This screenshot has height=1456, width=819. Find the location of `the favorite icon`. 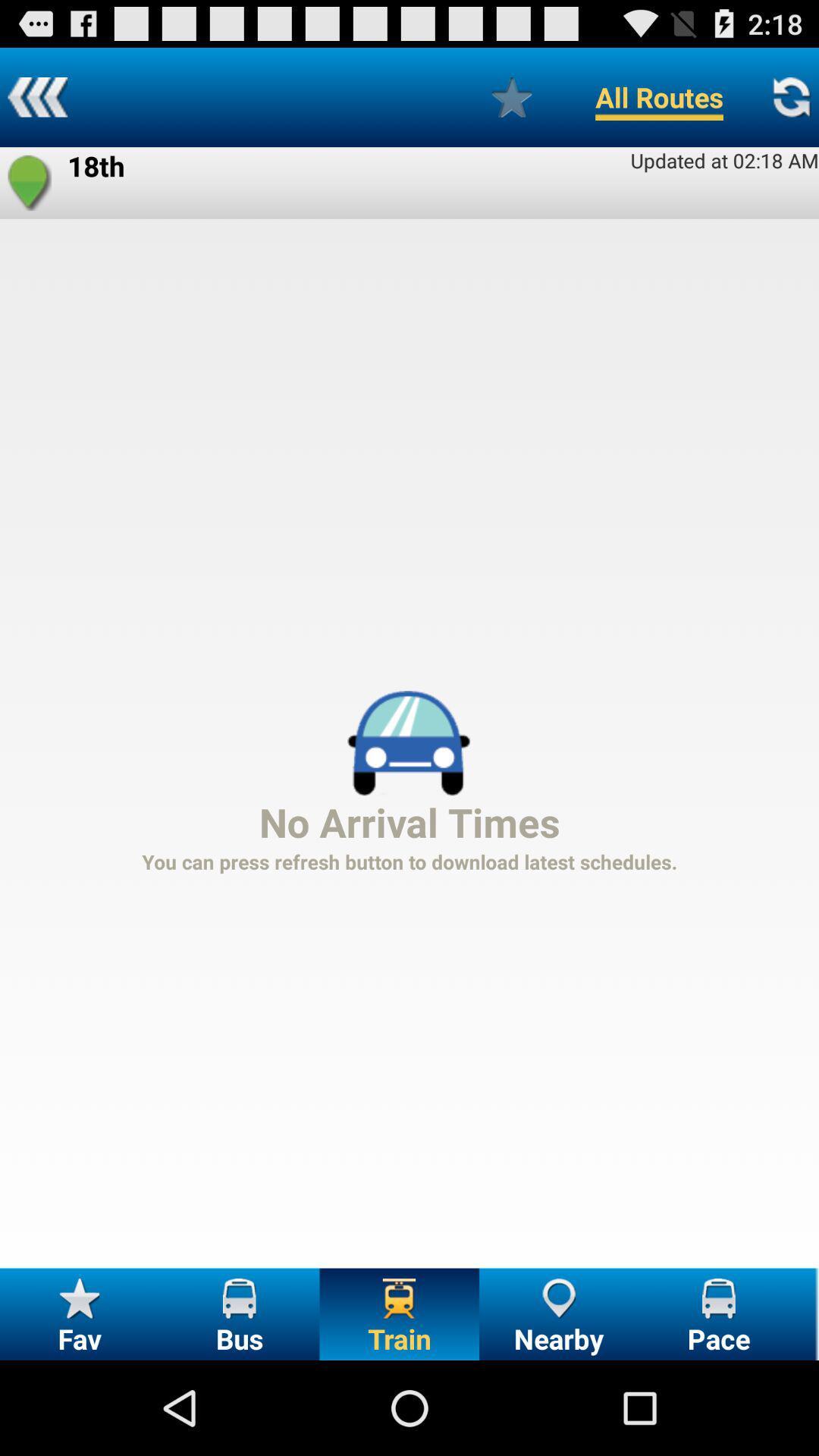

the favorite icon is located at coordinates (30, 195).